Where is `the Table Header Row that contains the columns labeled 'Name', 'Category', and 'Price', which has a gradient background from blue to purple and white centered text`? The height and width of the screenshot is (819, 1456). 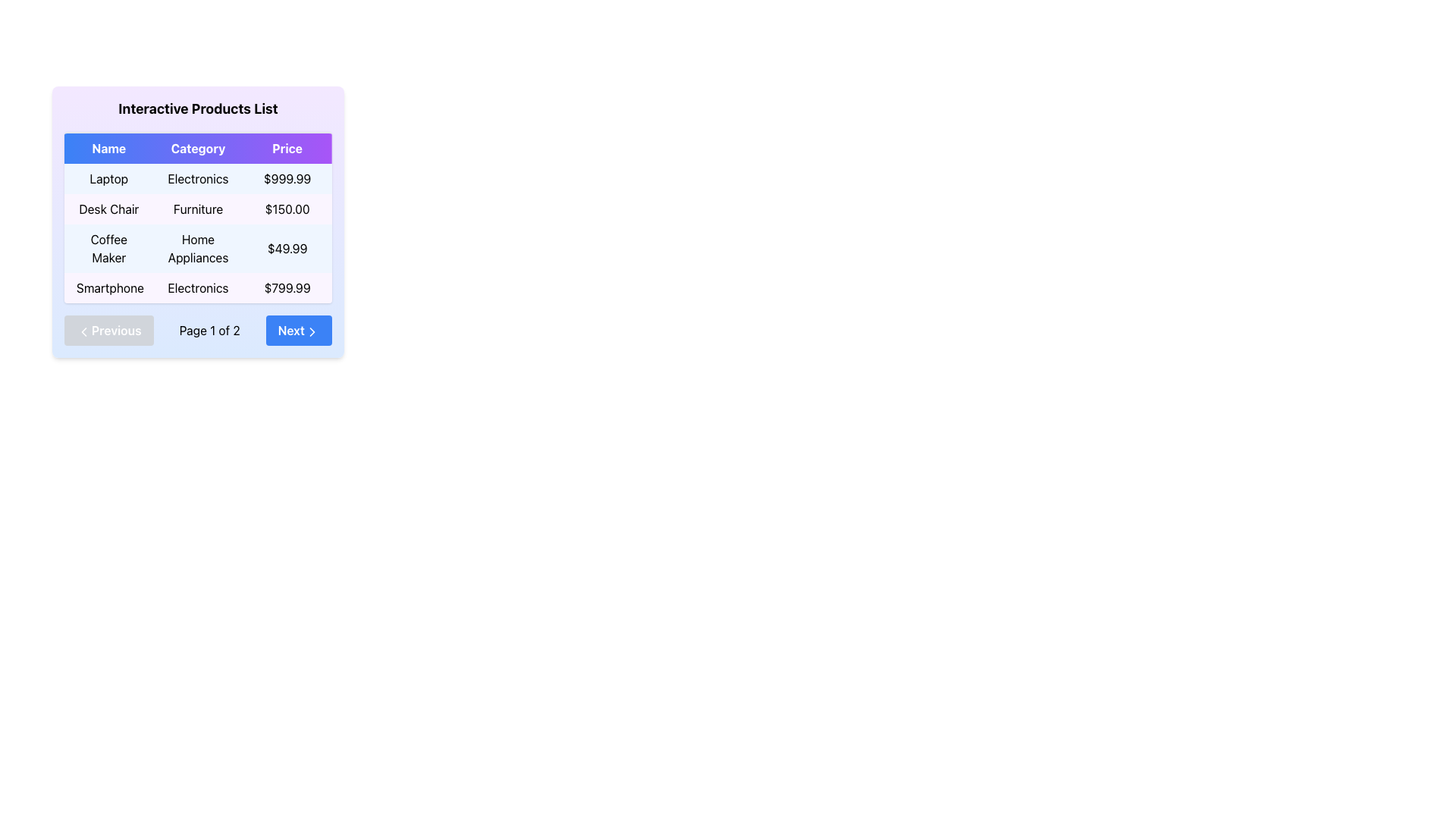
the Table Header Row that contains the columns labeled 'Name', 'Category', and 'Price', which has a gradient background from blue to purple and white centered text is located at coordinates (197, 149).